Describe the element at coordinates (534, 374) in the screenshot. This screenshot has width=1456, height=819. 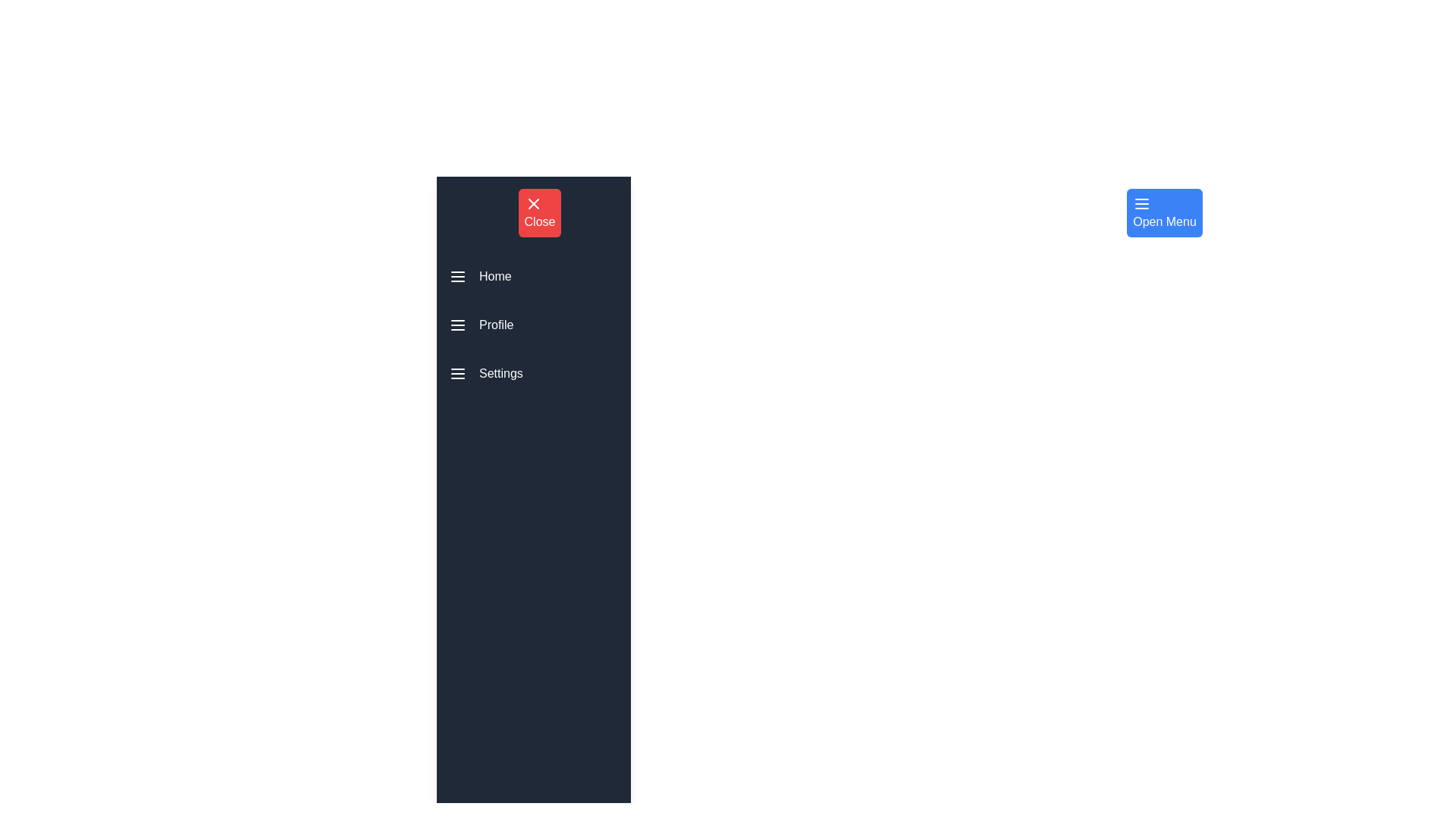
I see `the menu item Settings` at that location.